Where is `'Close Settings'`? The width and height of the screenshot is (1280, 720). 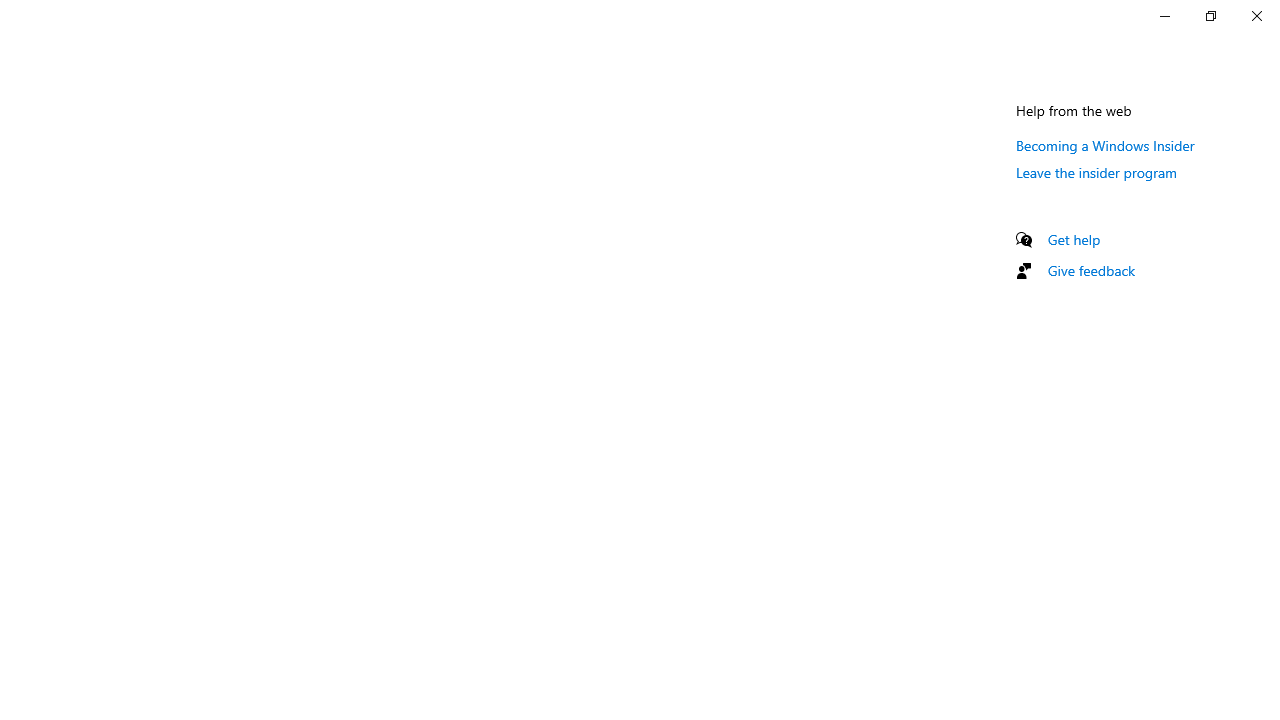 'Close Settings' is located at coordinates (1255, 15).